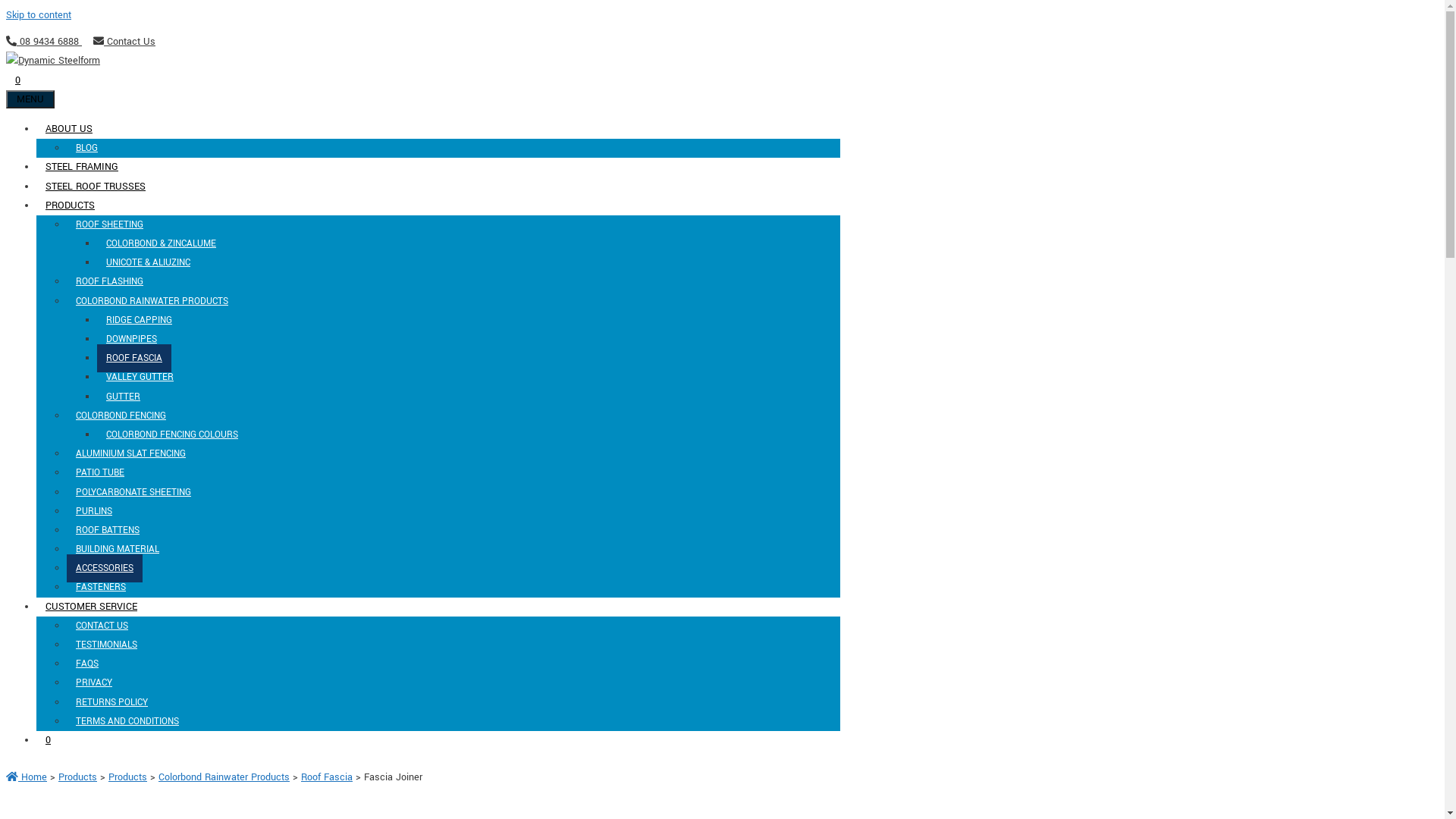 This screenshot has height=819, width=1456. What do you see at coordinates (86, 663) in the screenshot?
I see `'FAQS'` at bounding box center [86, 663].